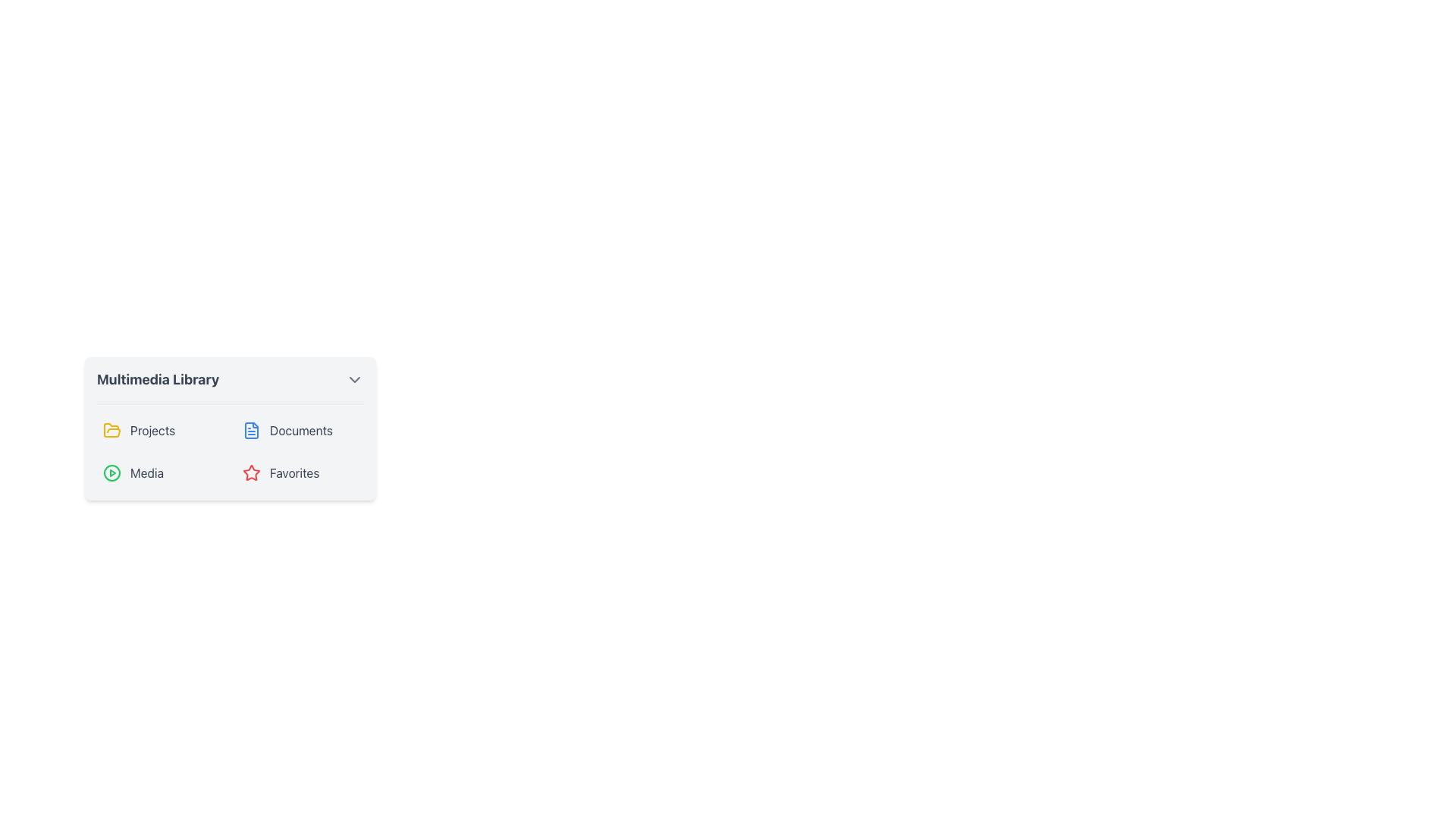 Image resolution: width=1456 pixels, height=819 pixels. Describe the element at coordinates (160, 430) in the screenshot. I see `the selectable list item with the yellow folder icon and text 'Projects'` at that location.